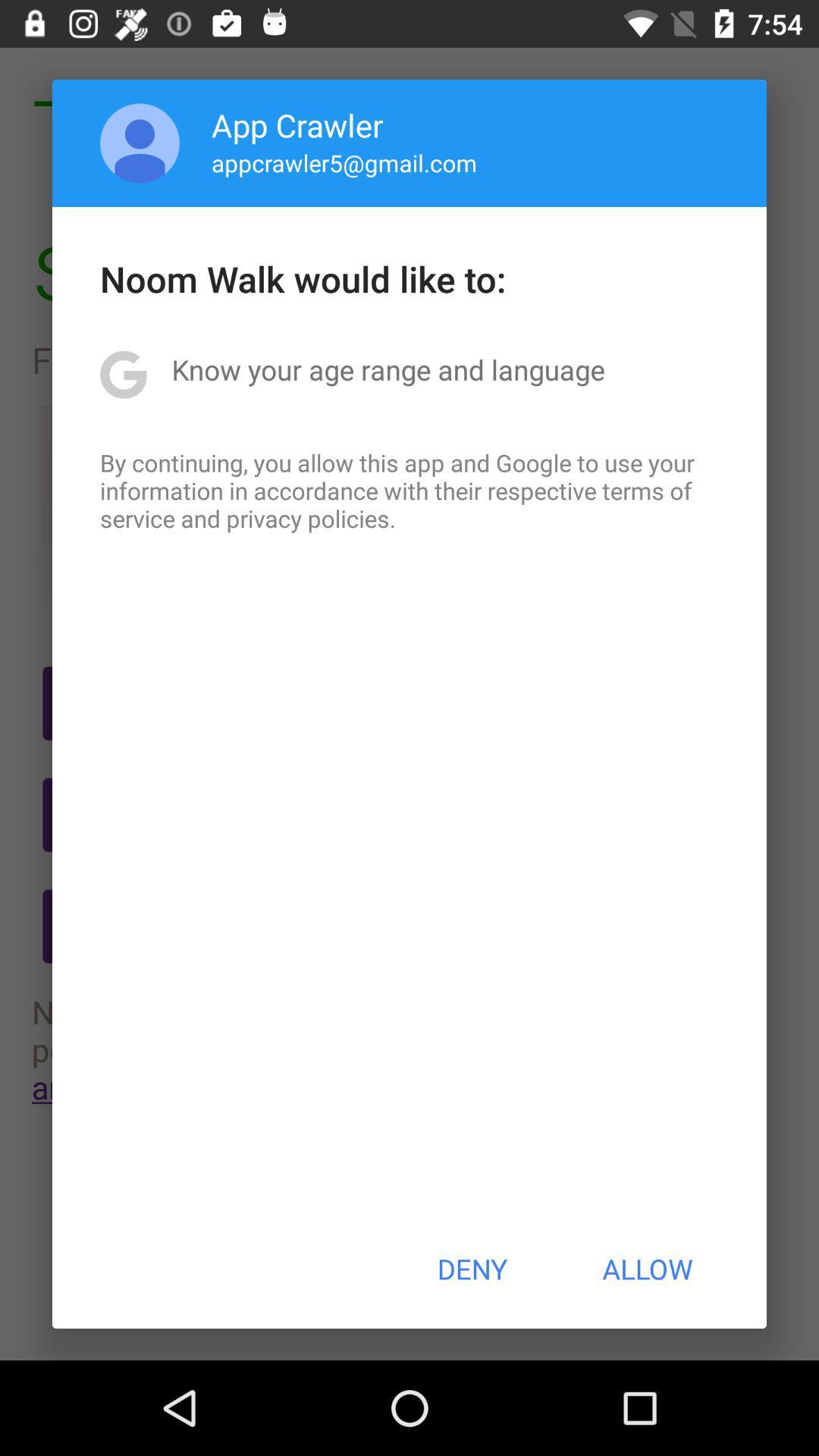 The height and width of the screenshot is (1456, 819). Describe the element at coordinates (471, 1269) in the screenshot. I see `the deny` at that location.